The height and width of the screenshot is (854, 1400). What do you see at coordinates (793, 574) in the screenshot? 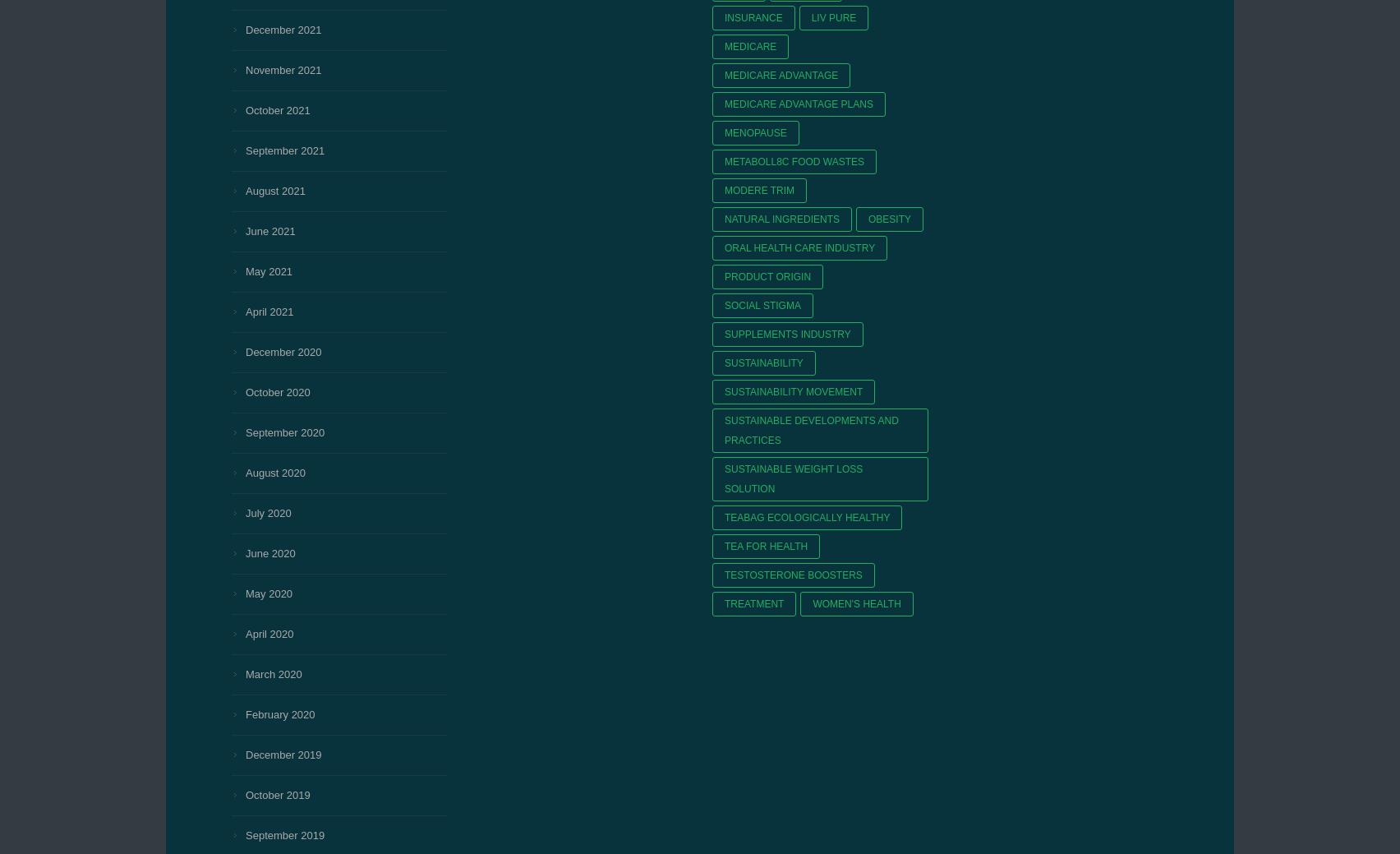
I see `'testosterone boosters'` at bounding box center [793, 574].